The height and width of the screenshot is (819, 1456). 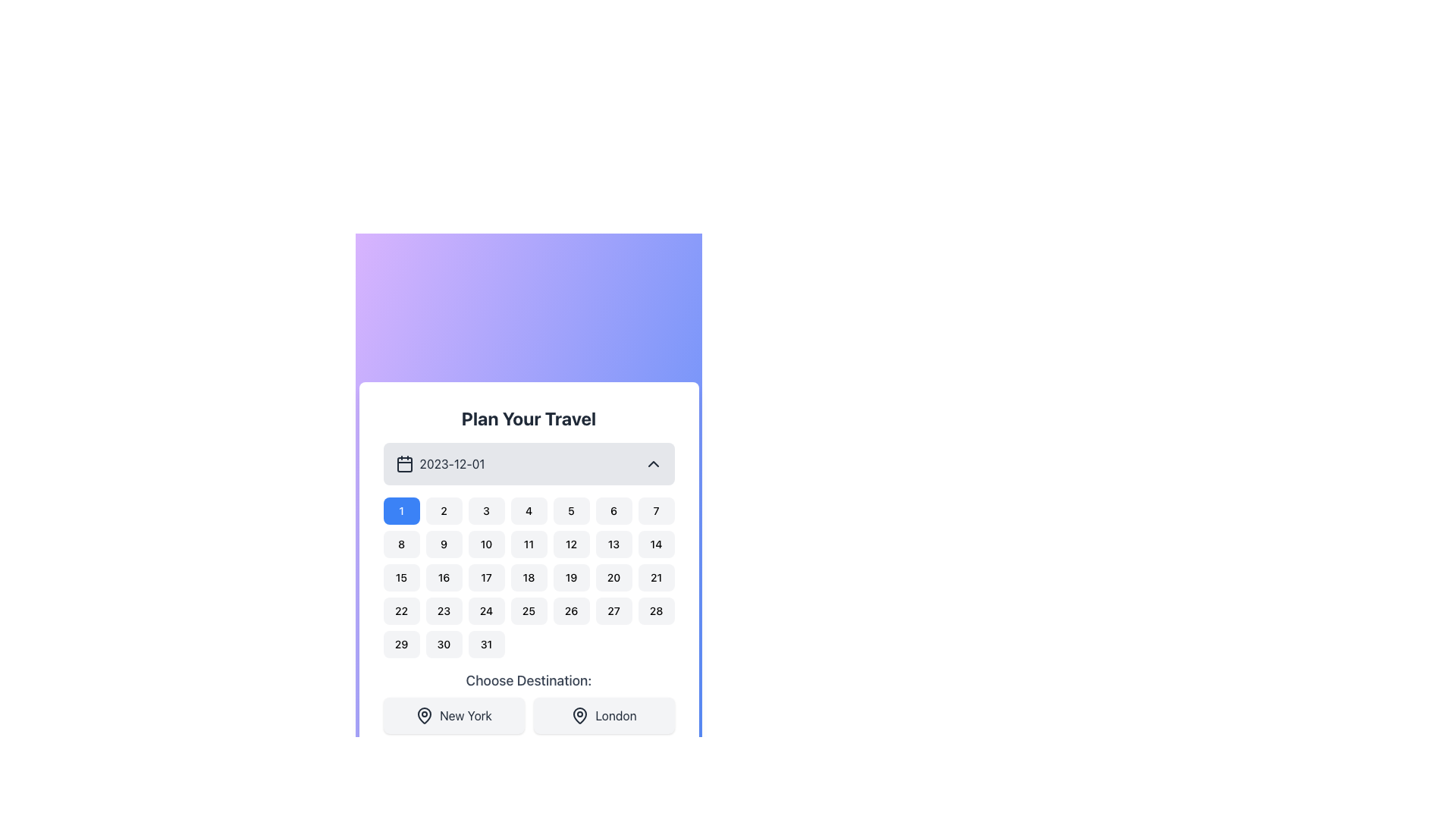 What do you see at coordinates (486, 578) in the screenshot?
I see `the calendar date selector button` at bounding box center [486, 578].